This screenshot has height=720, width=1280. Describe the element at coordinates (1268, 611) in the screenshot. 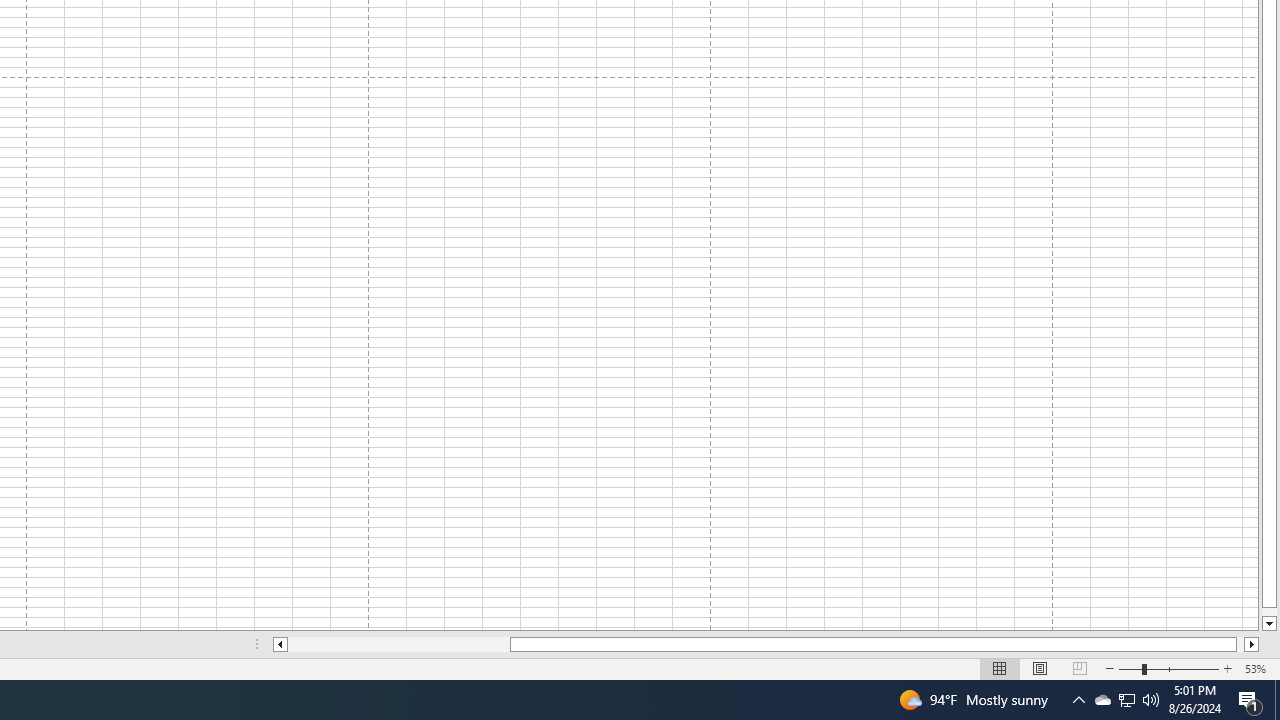

I see `'Page down'` at that location.